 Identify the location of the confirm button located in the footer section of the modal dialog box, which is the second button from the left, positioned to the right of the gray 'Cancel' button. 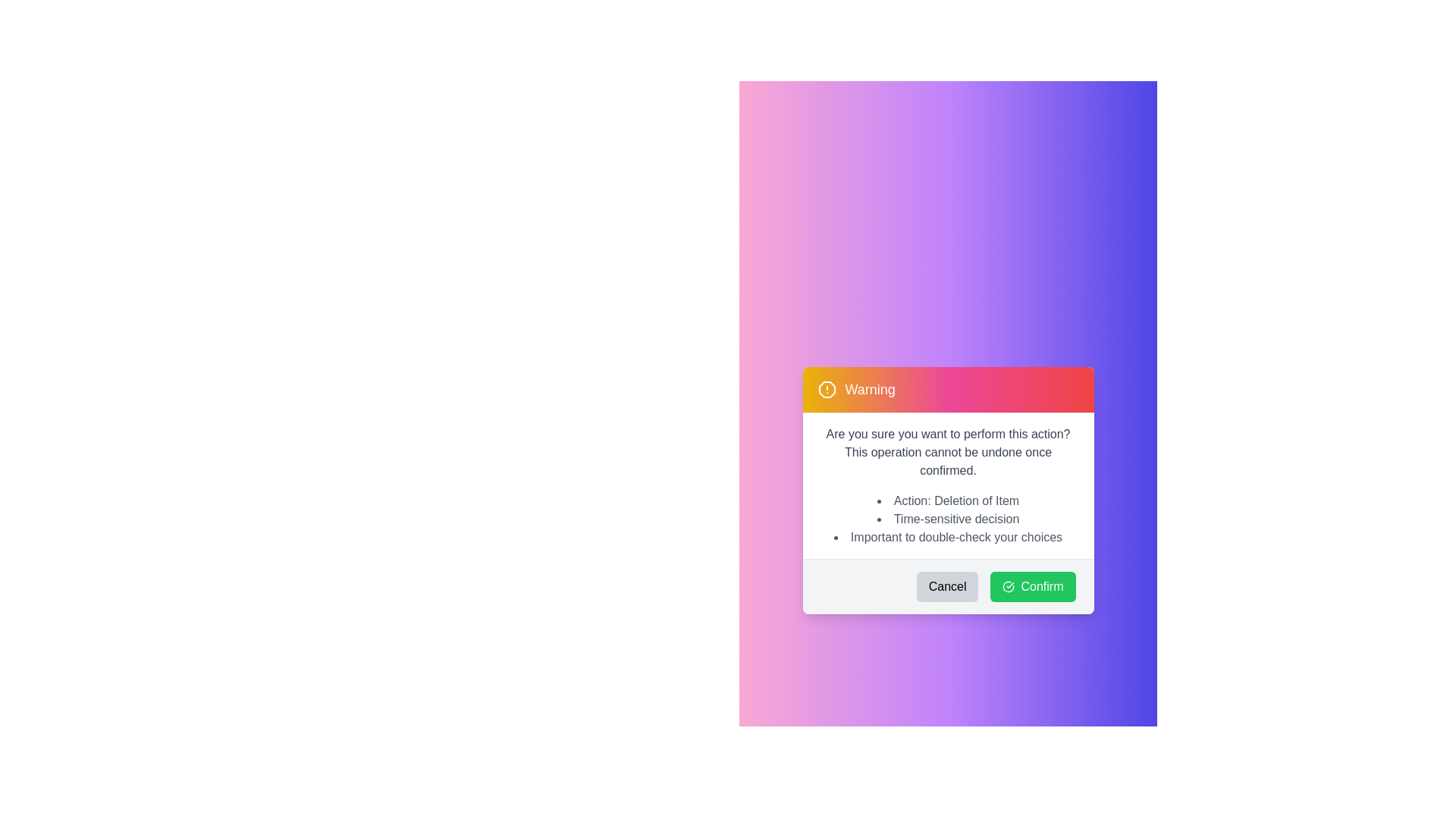
(1032, 586).